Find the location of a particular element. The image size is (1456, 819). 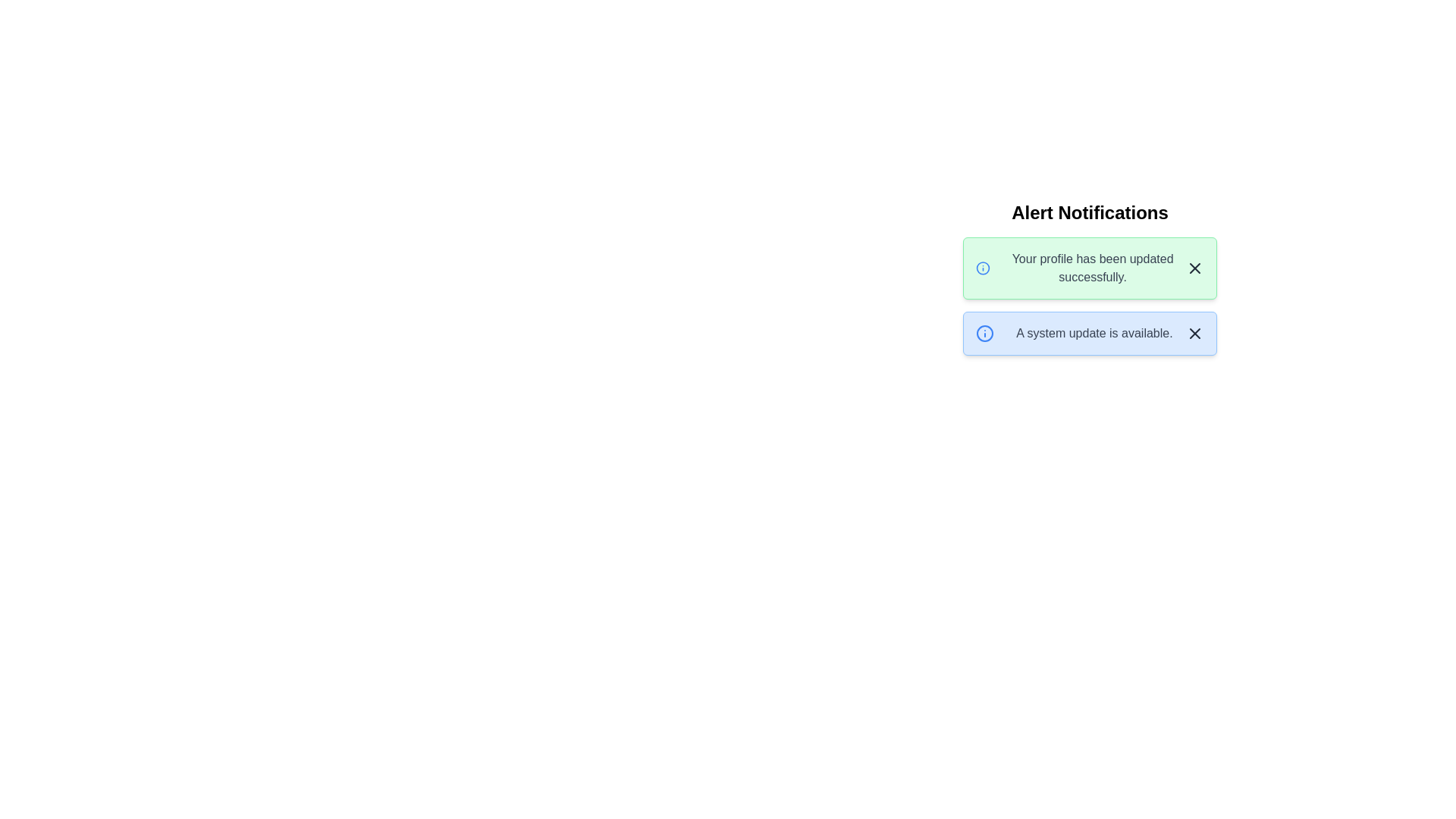

the first notification message box with a green background that indicates success, containing the text 'Your profile has been updated successfully.' and a dismiss button with an 'X' mark is located at coordinates (1089, 278).